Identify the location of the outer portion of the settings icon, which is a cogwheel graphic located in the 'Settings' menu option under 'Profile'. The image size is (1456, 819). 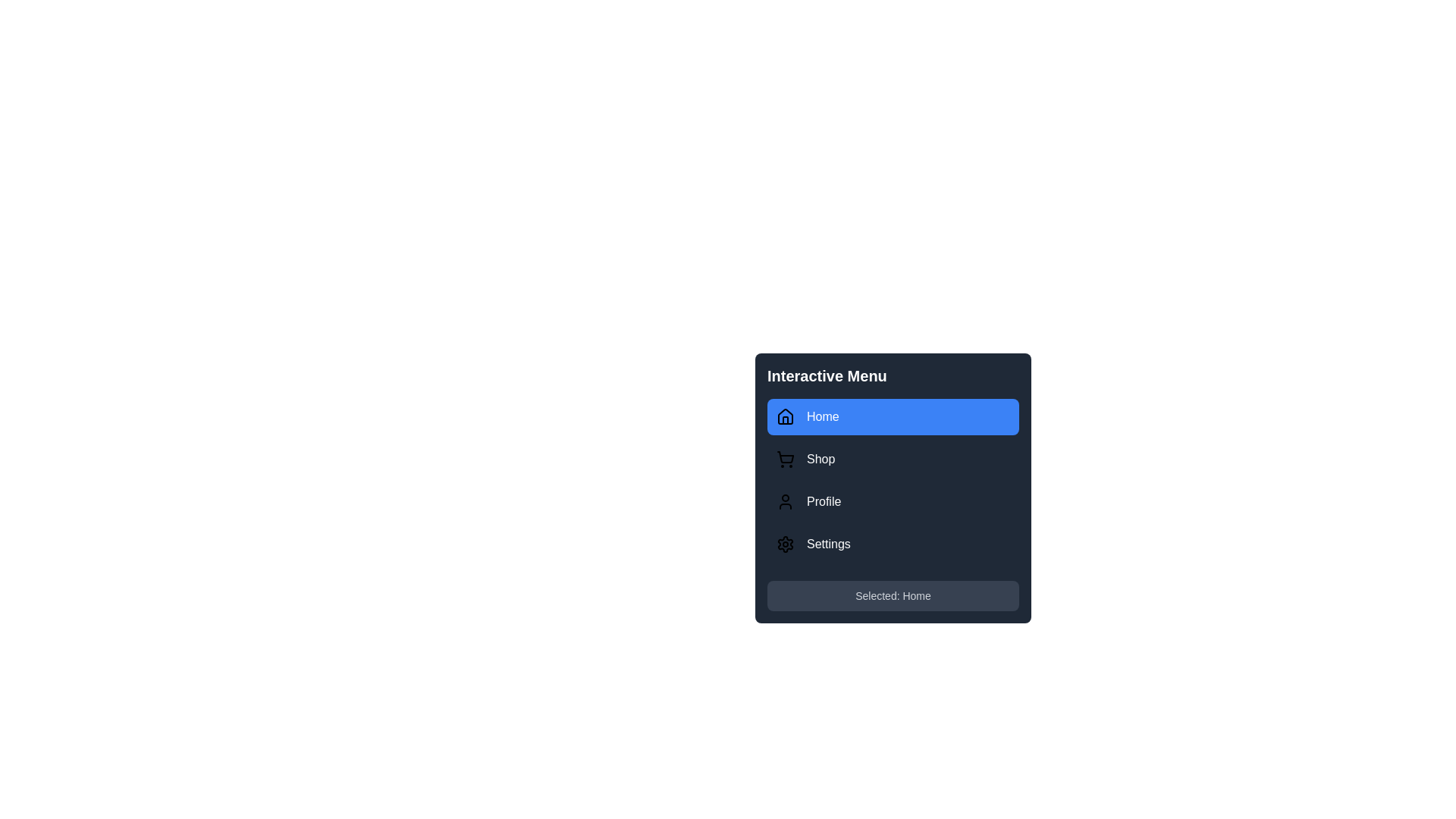
(786, 543).